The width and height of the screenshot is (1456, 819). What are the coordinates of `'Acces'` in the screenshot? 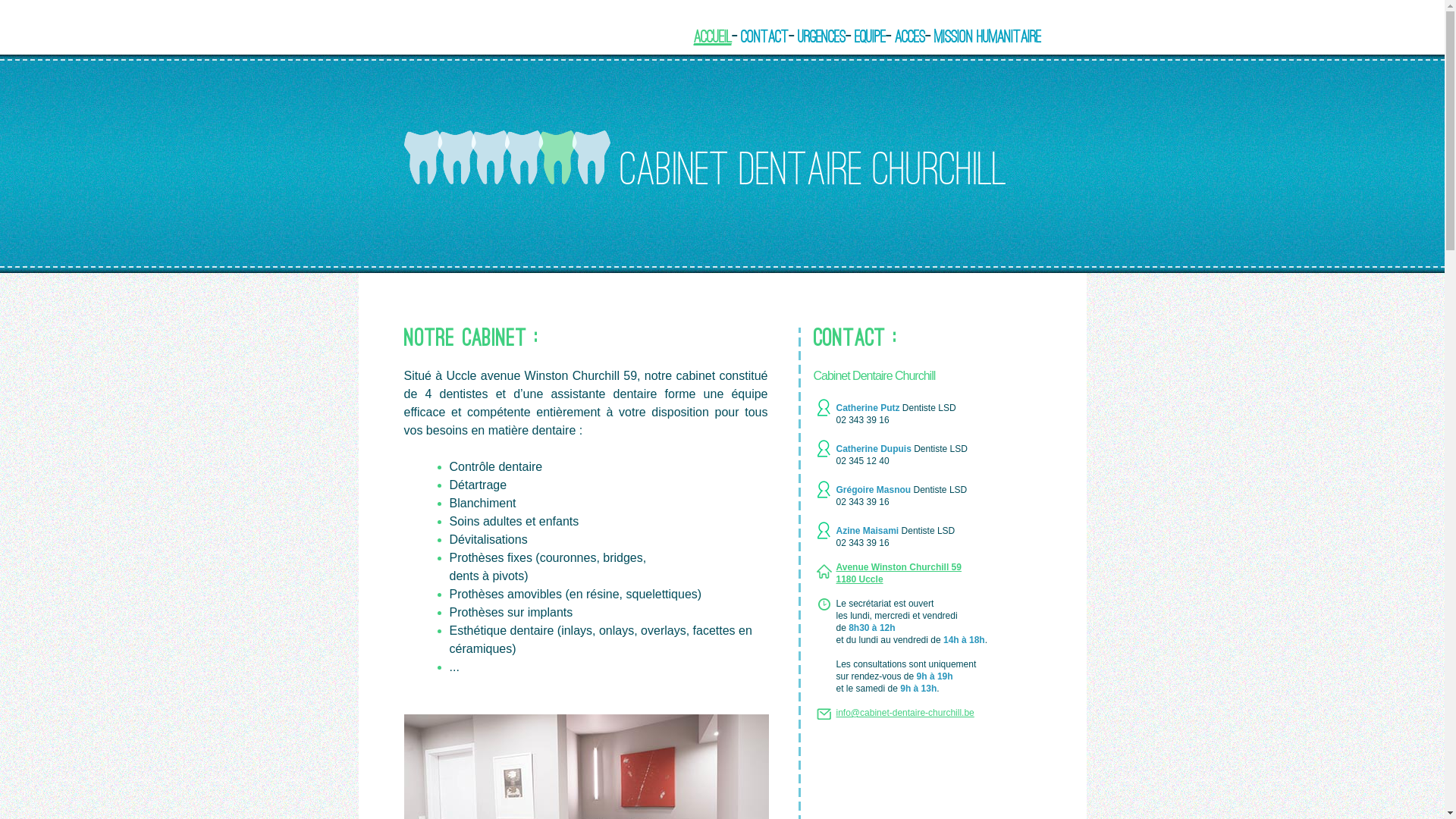 It's located at (895, 36).